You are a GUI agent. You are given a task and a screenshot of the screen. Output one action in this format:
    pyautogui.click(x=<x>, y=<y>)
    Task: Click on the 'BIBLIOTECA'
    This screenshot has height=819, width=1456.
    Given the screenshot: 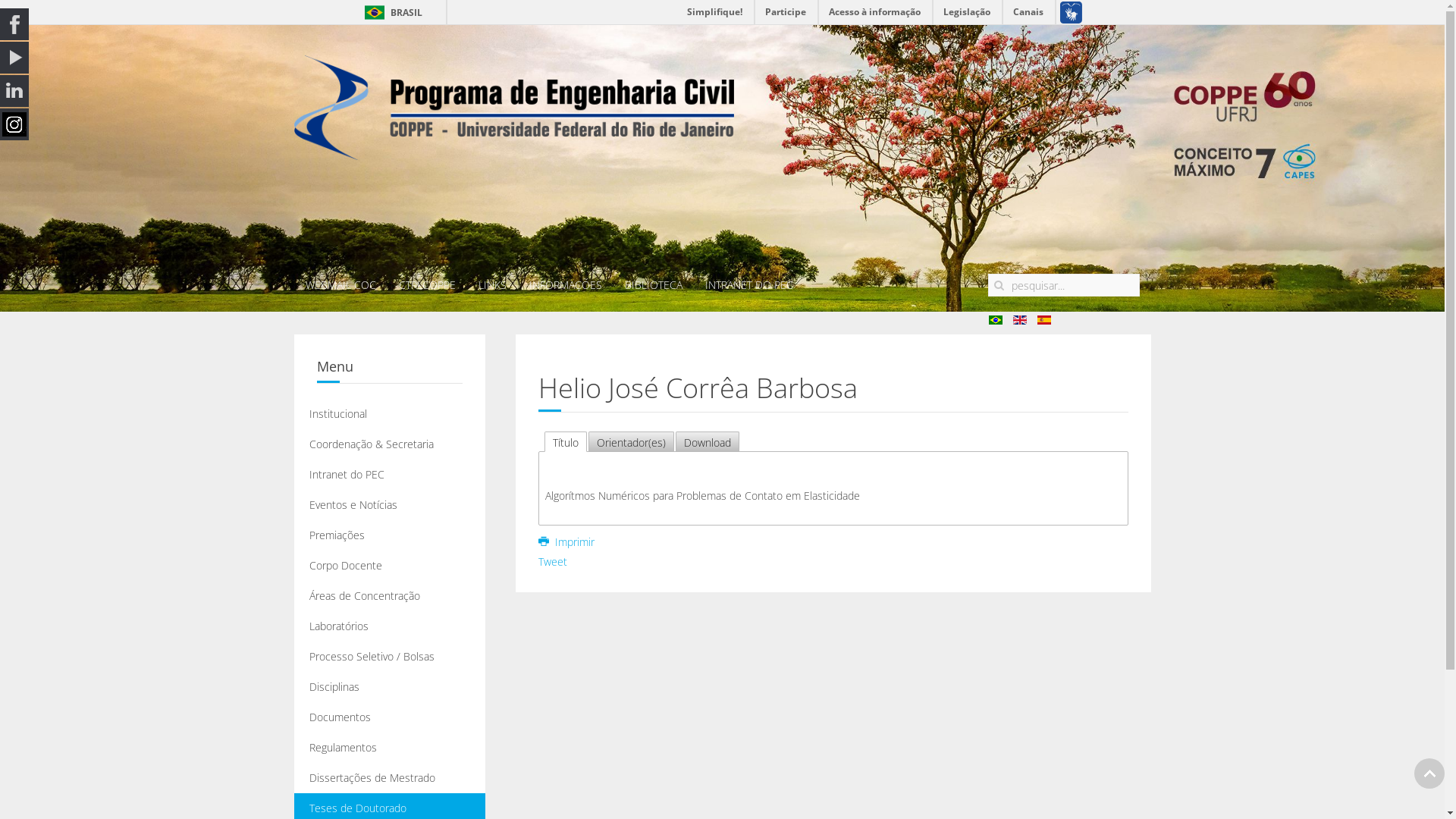 What is the action you would take?
    pyautogui.click(x=612, y=284)
    